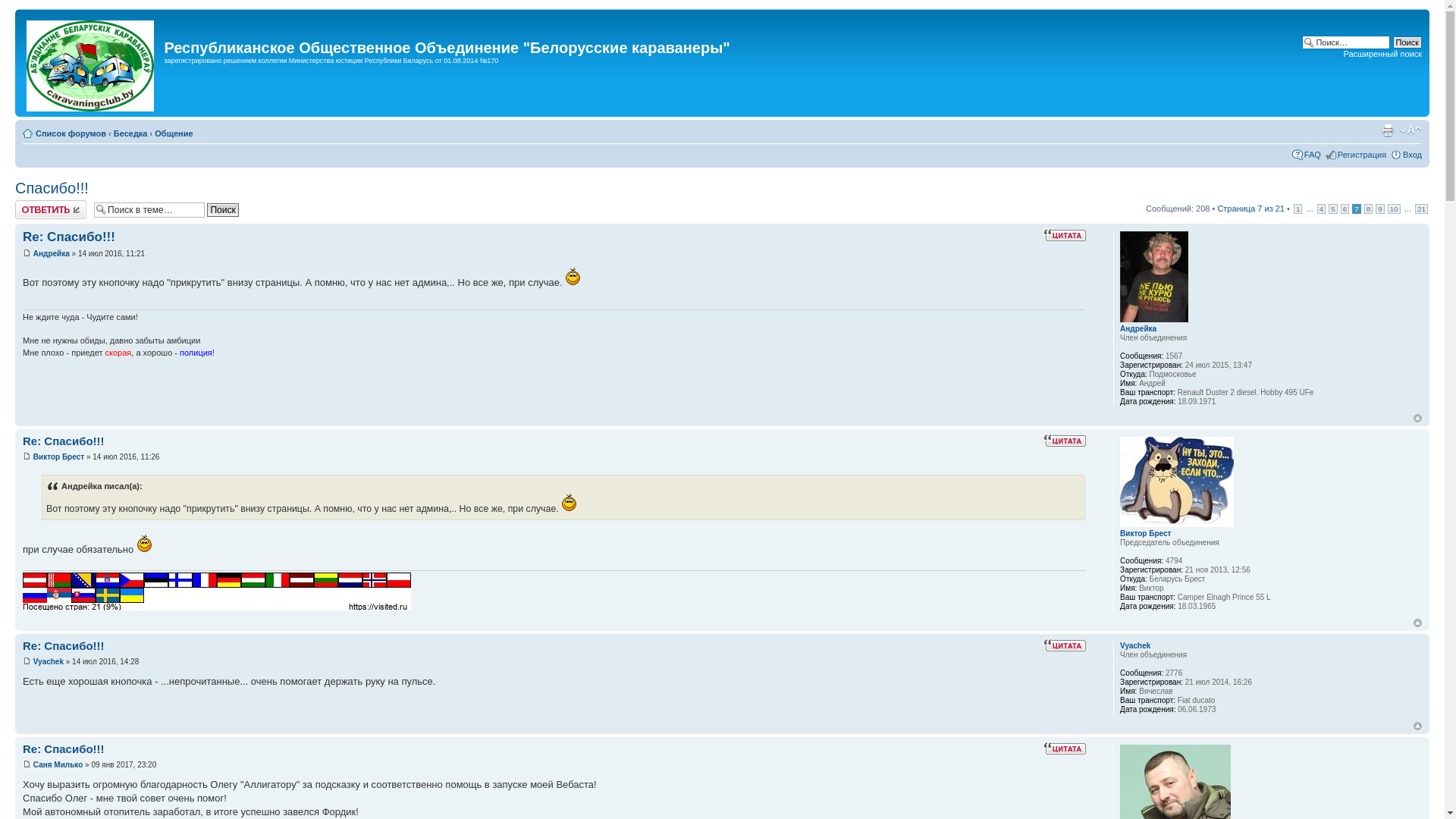 The height and width of the screenshot is (819, 1456). Describe the element at coordinates (1414, 209) in the screenshot. I see `'21'` at that location.